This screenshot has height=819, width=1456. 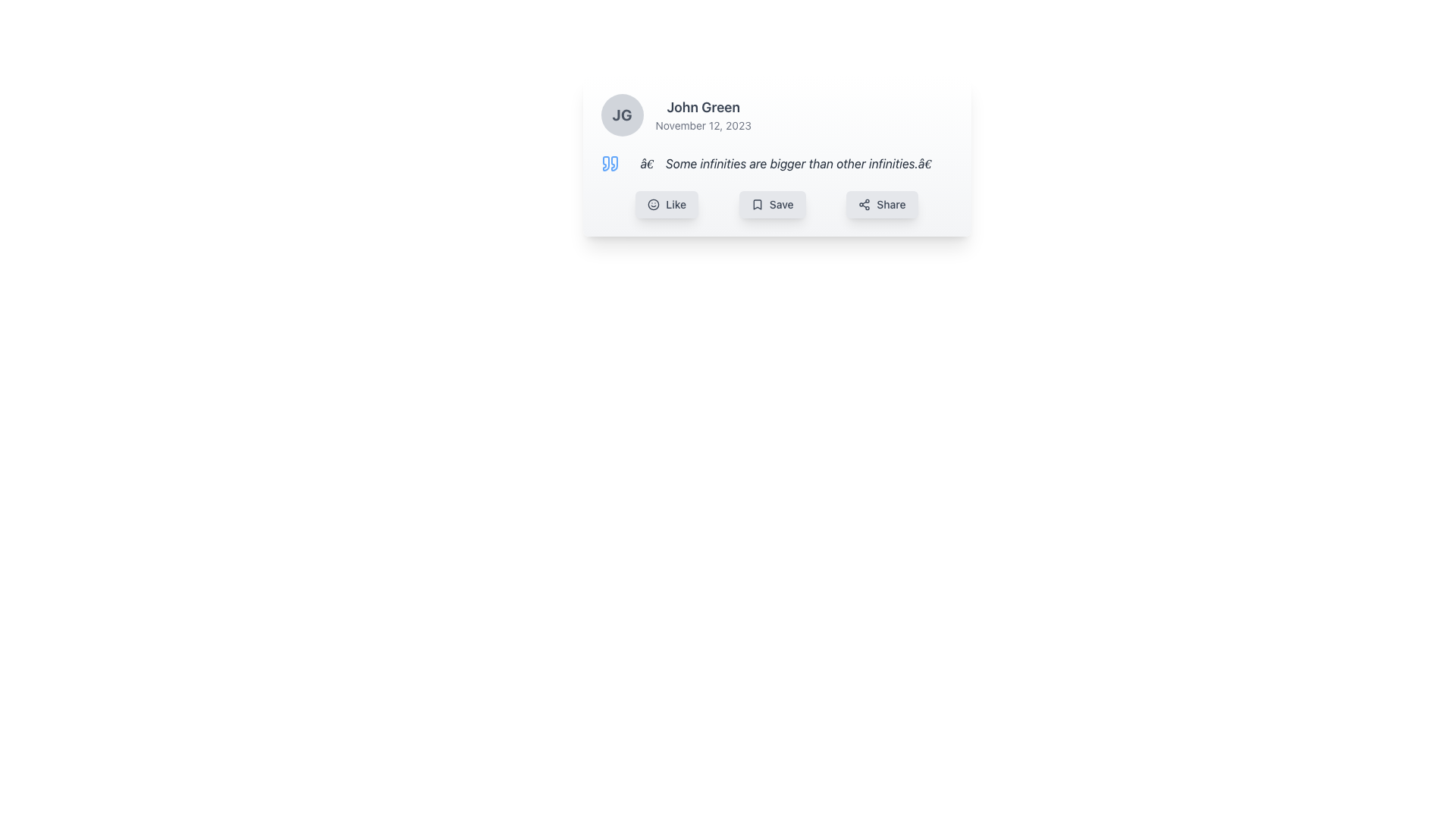 I want to click on the text block containing an inspiring quote attributed to the author, located below the 'John Green' header and above the 'Like', 'Save', and 'Share' buttons, so click(x=777, y=164).